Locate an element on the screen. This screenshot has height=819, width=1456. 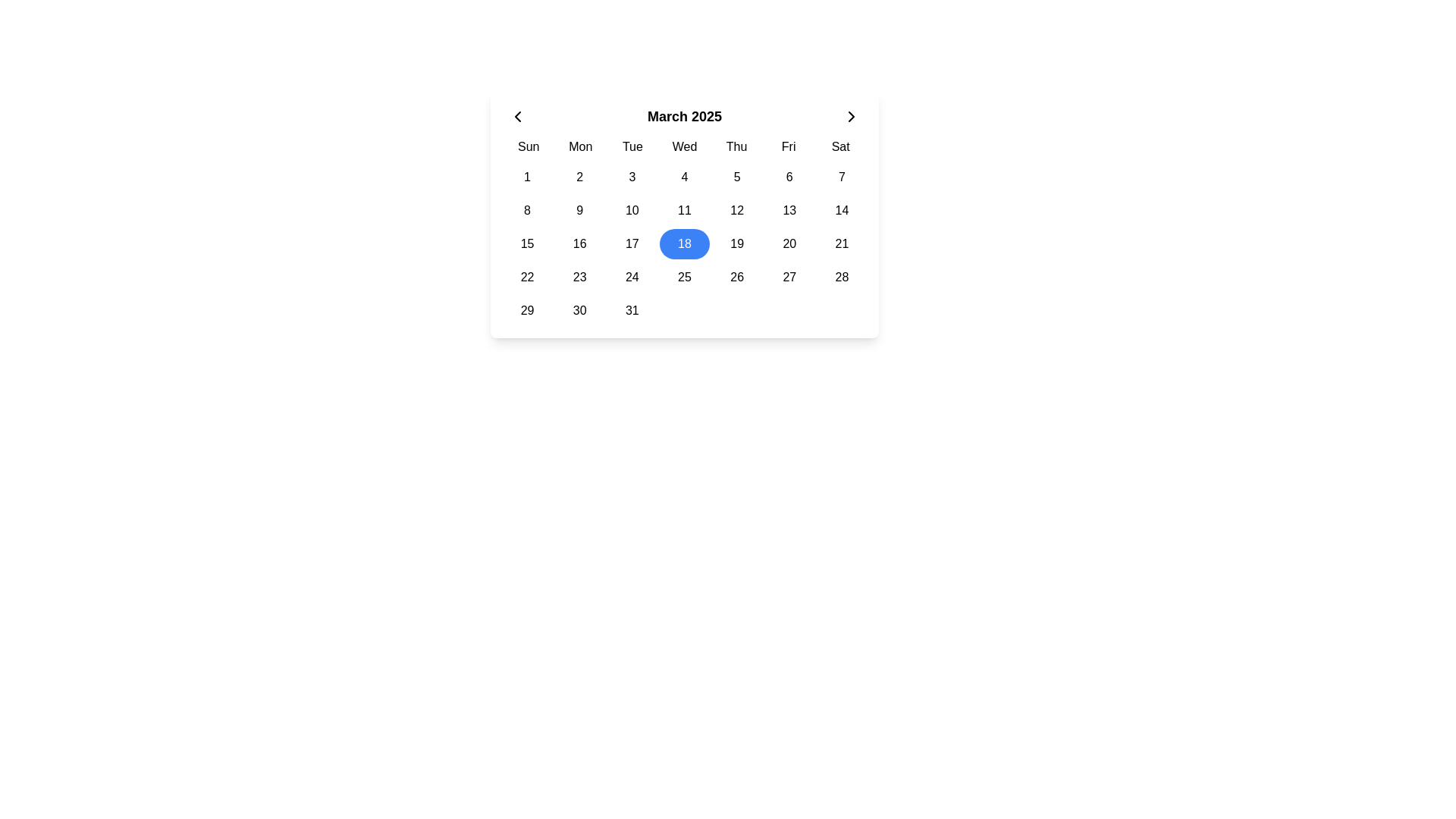
the button representing the 5th day of the month in the calendar, located under the 'Thu' column is located at coordinates (737, 177).